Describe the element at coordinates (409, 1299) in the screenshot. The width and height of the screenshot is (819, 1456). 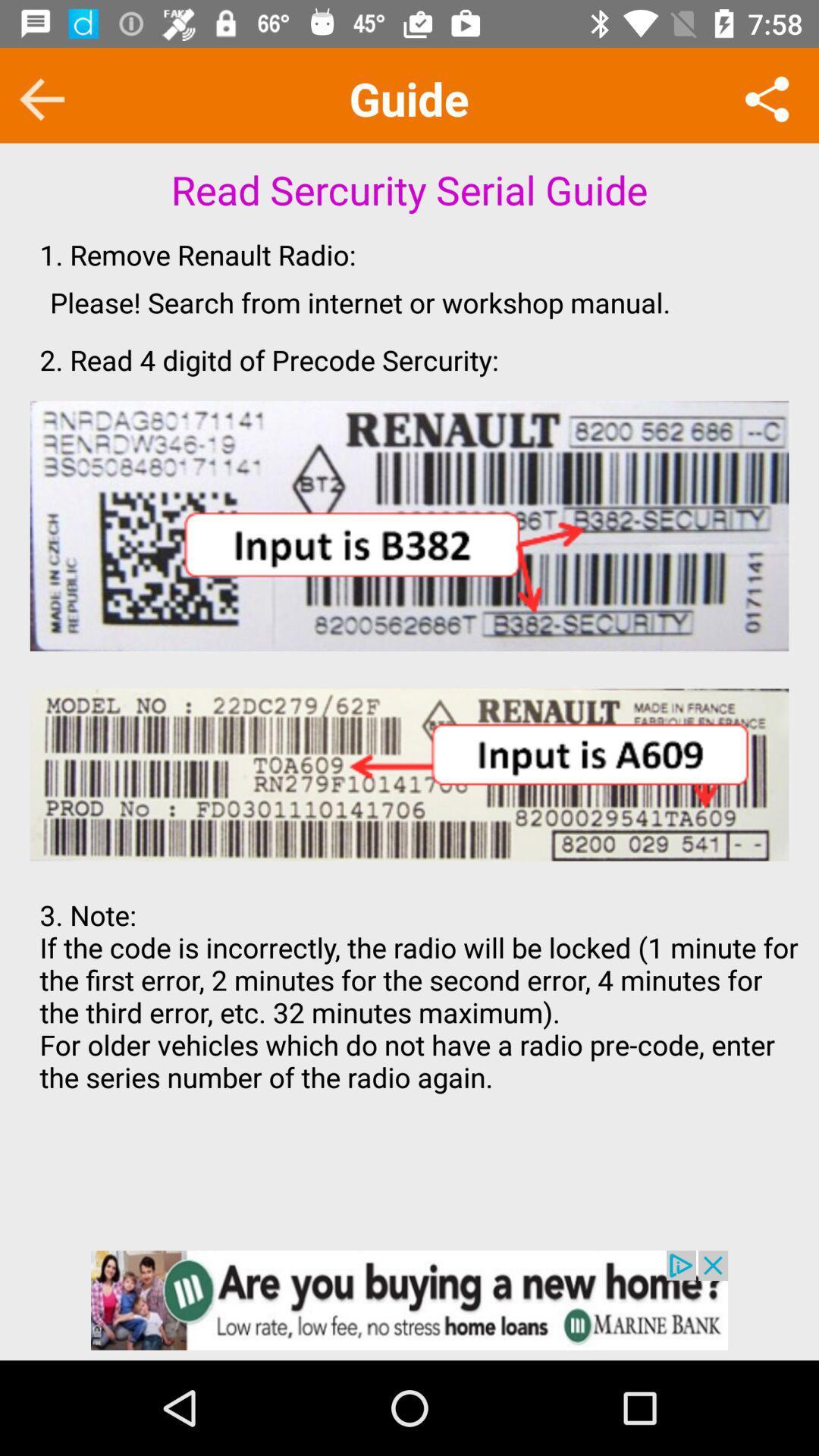
I see `advertisement page` at that location.